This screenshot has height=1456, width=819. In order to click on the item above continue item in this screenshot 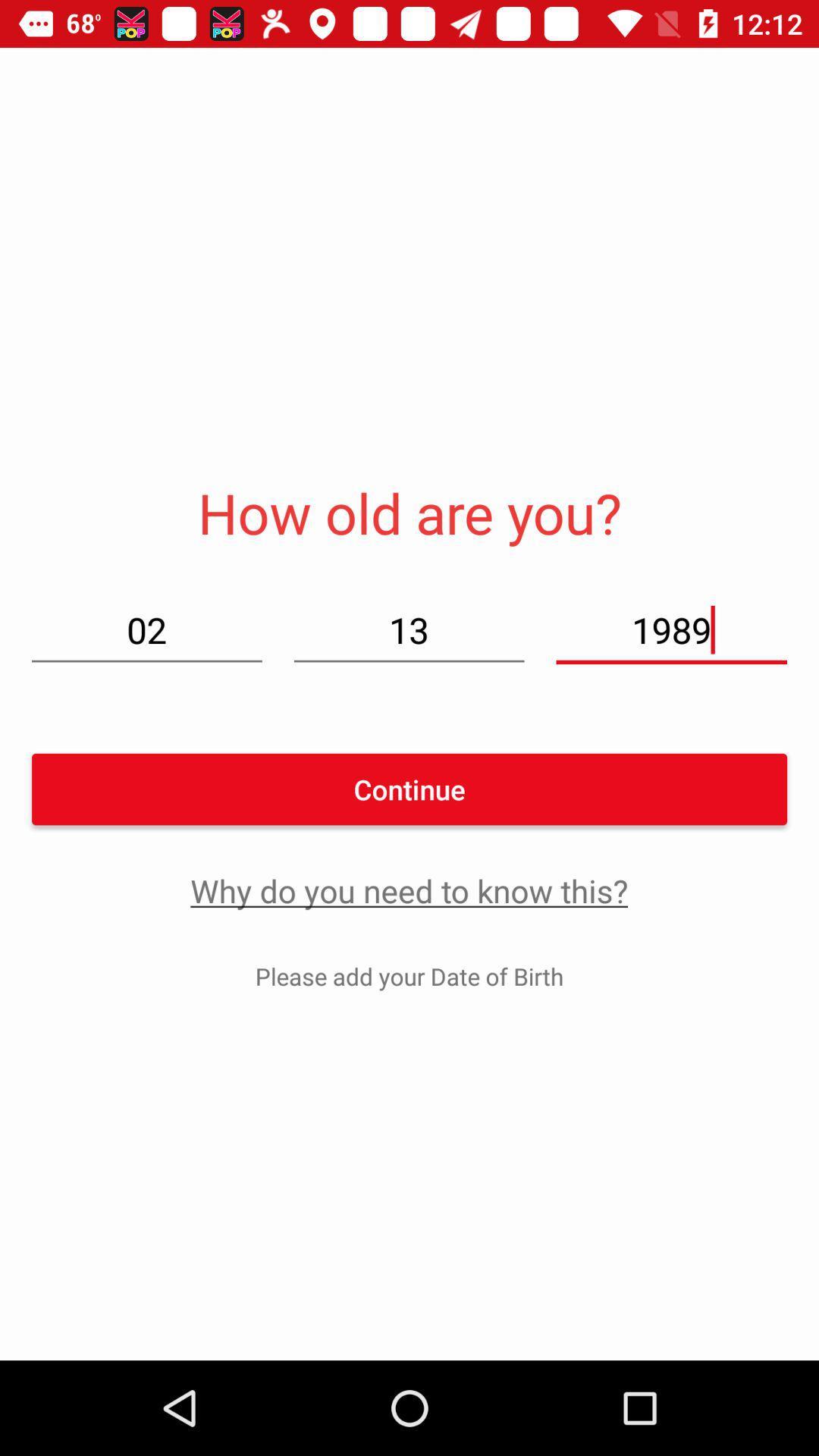, I will do `click(146, 629)`.